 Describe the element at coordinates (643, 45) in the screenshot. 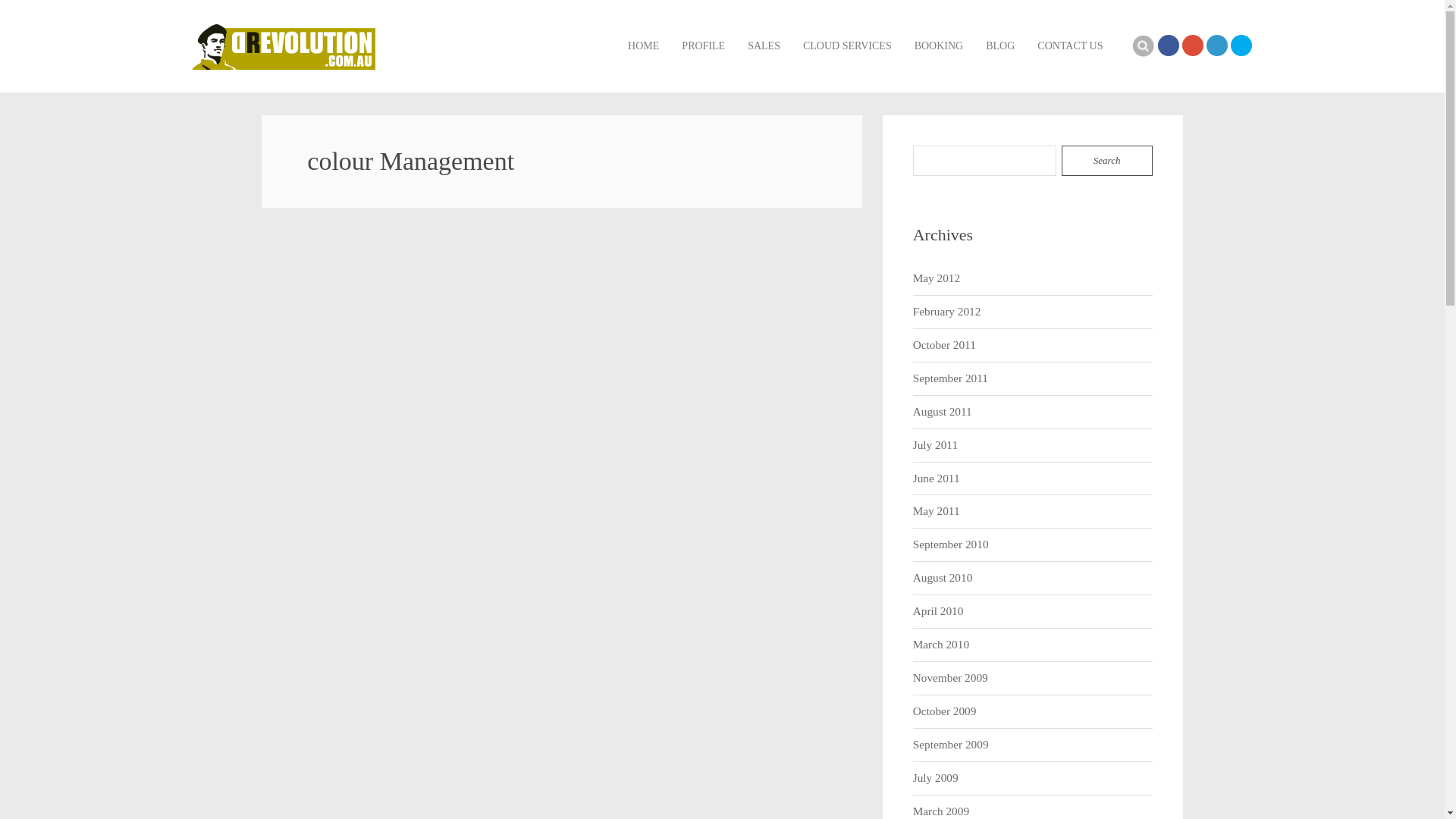

I see `'HOME'` at that location.